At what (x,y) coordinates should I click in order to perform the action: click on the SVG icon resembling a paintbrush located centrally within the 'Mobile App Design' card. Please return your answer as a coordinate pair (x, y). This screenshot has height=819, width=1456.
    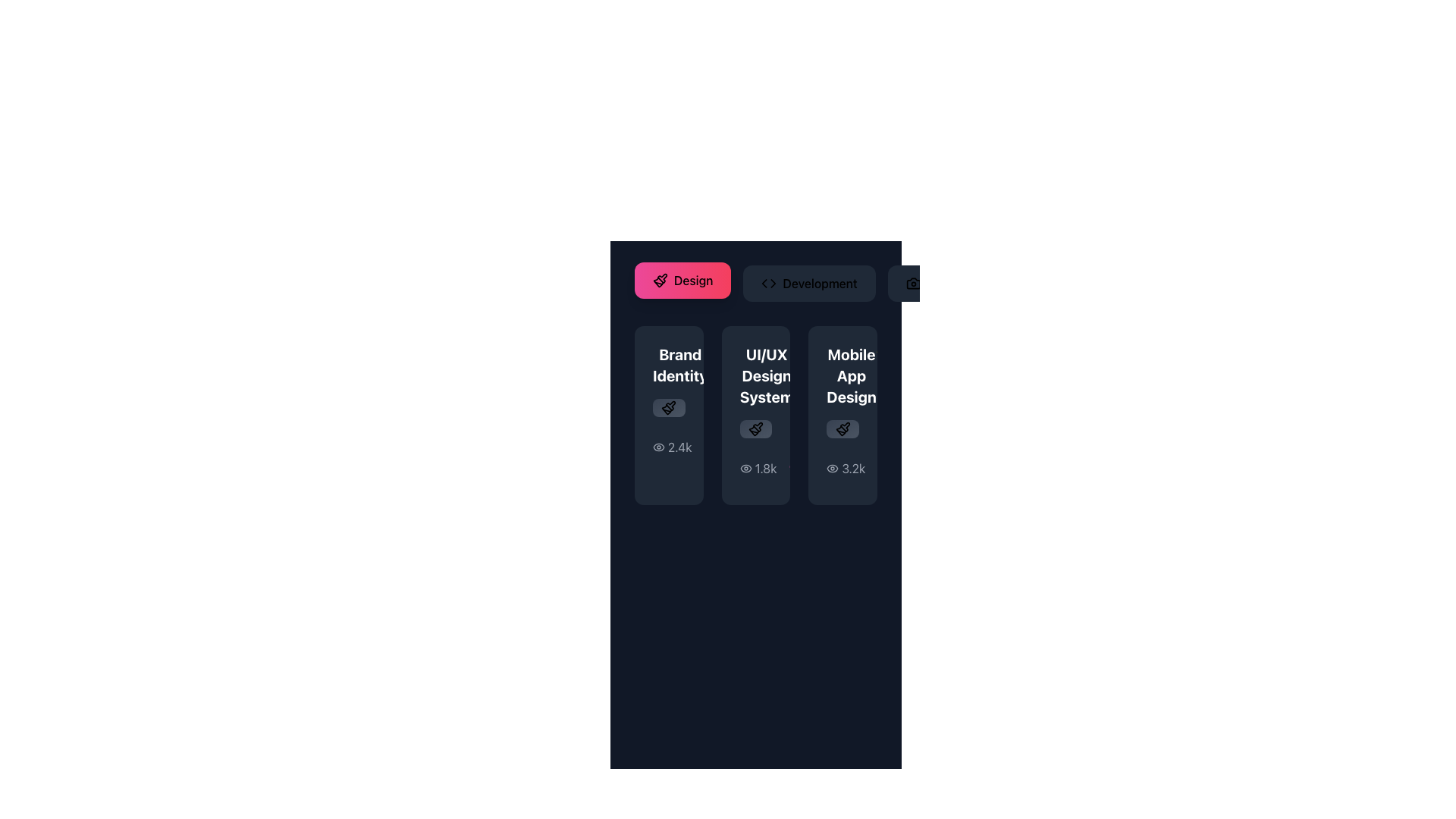
    Looking at the image, I should click on (842, 429).